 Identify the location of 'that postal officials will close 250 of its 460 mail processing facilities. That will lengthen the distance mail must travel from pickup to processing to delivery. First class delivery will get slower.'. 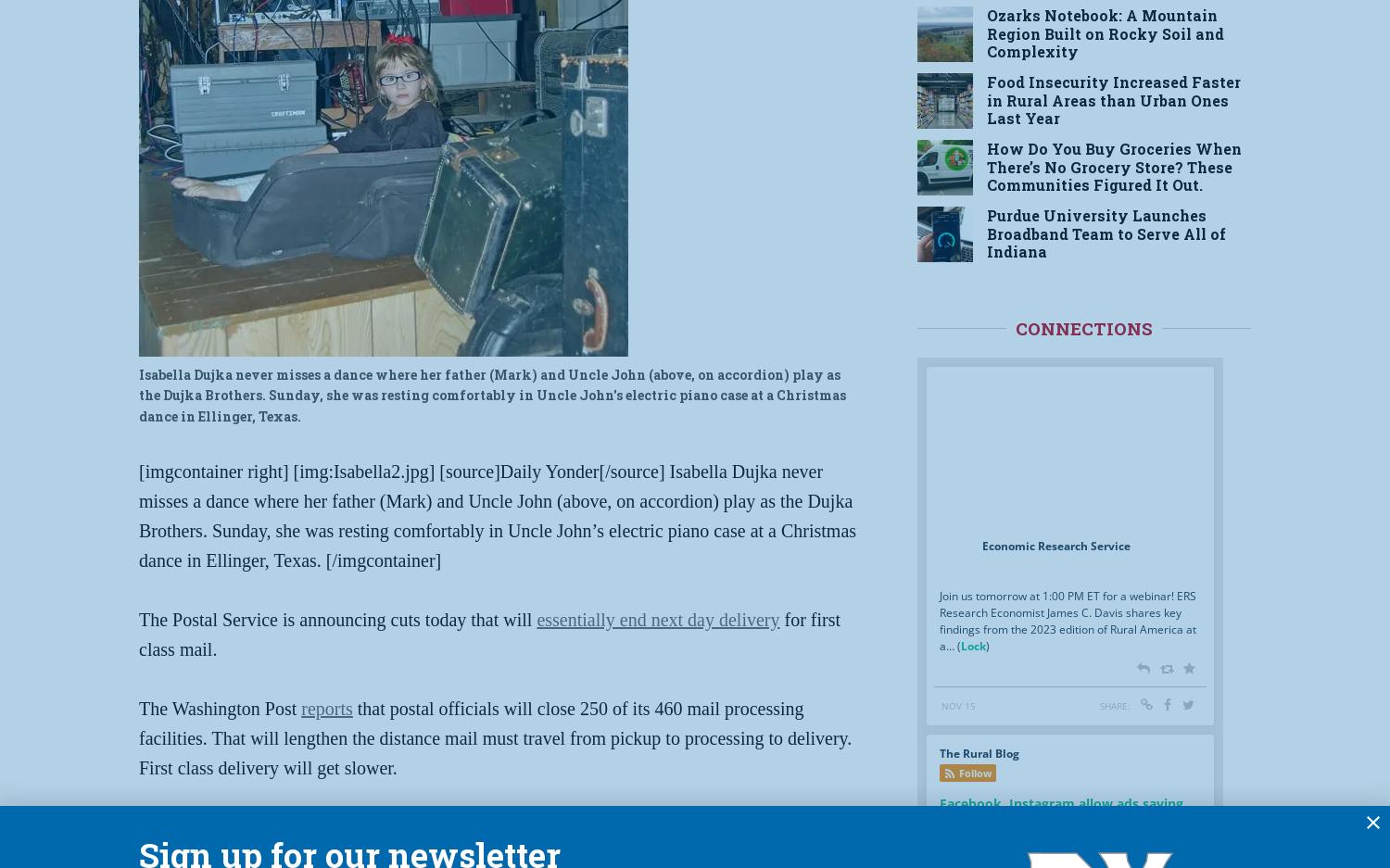
(495, 736).